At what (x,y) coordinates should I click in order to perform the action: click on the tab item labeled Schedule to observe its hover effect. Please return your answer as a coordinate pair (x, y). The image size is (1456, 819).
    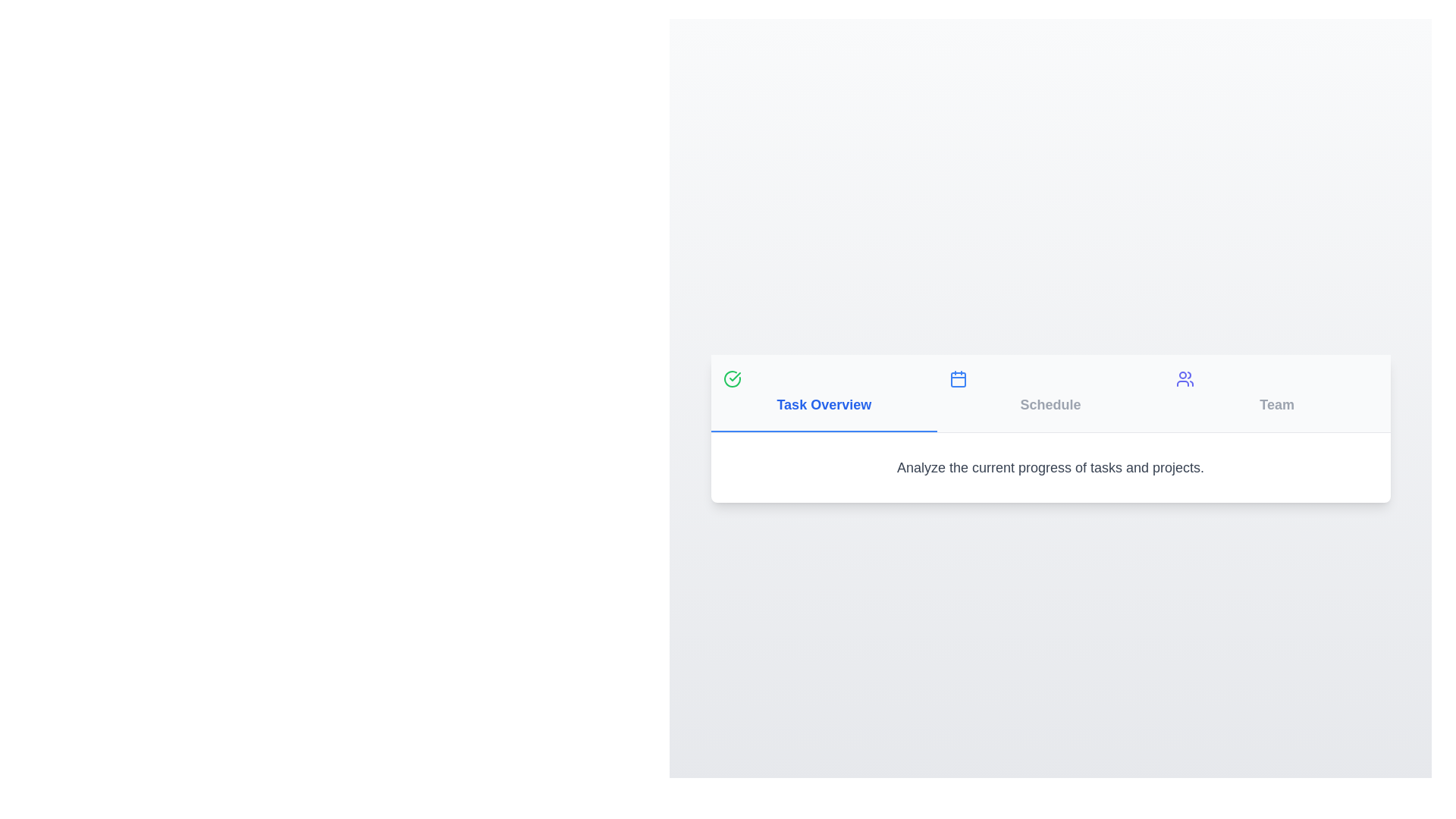
    Looking at the image, I should click on (1050, 392).